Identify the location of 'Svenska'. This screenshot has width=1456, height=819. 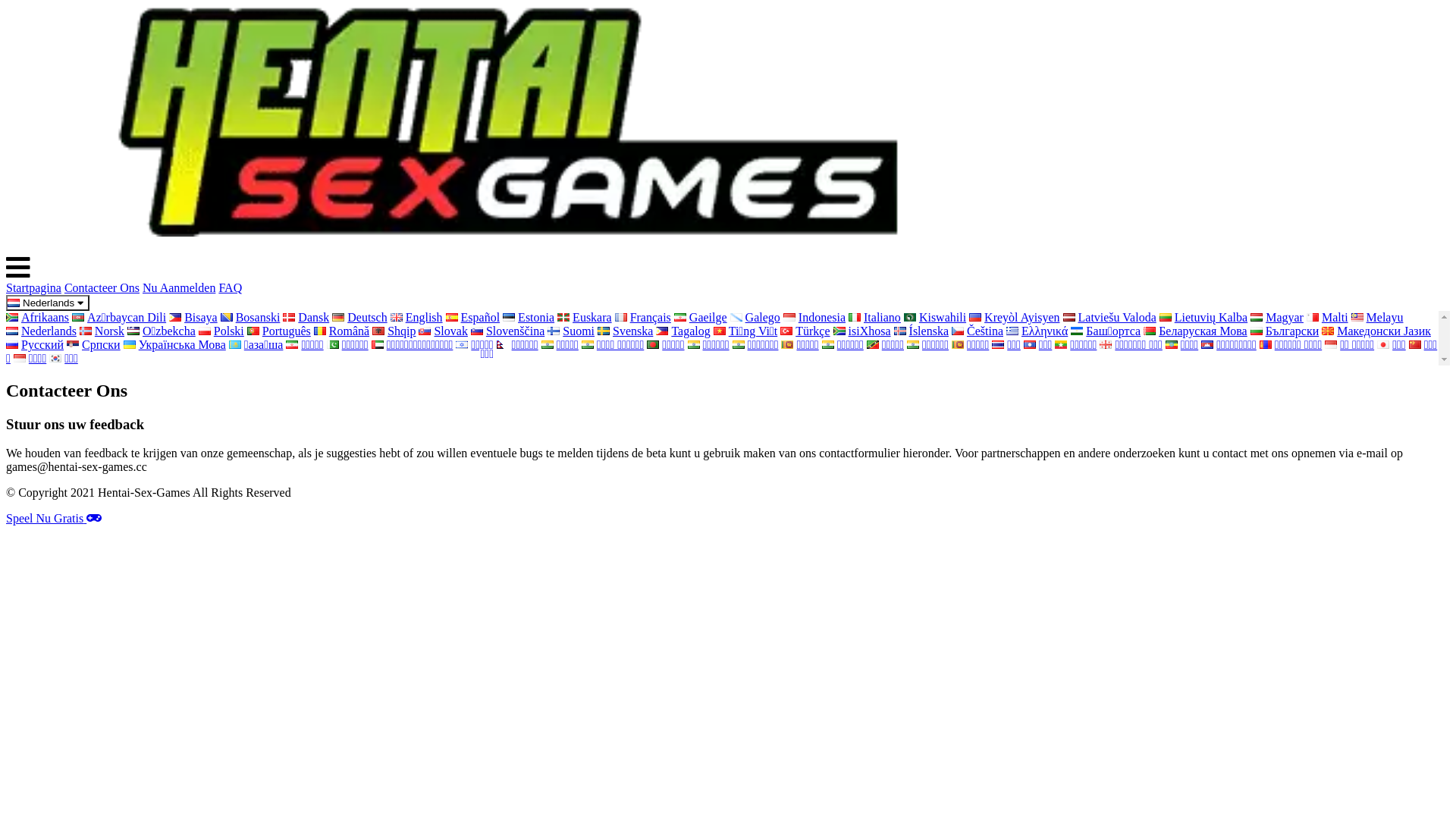
(625, 330).